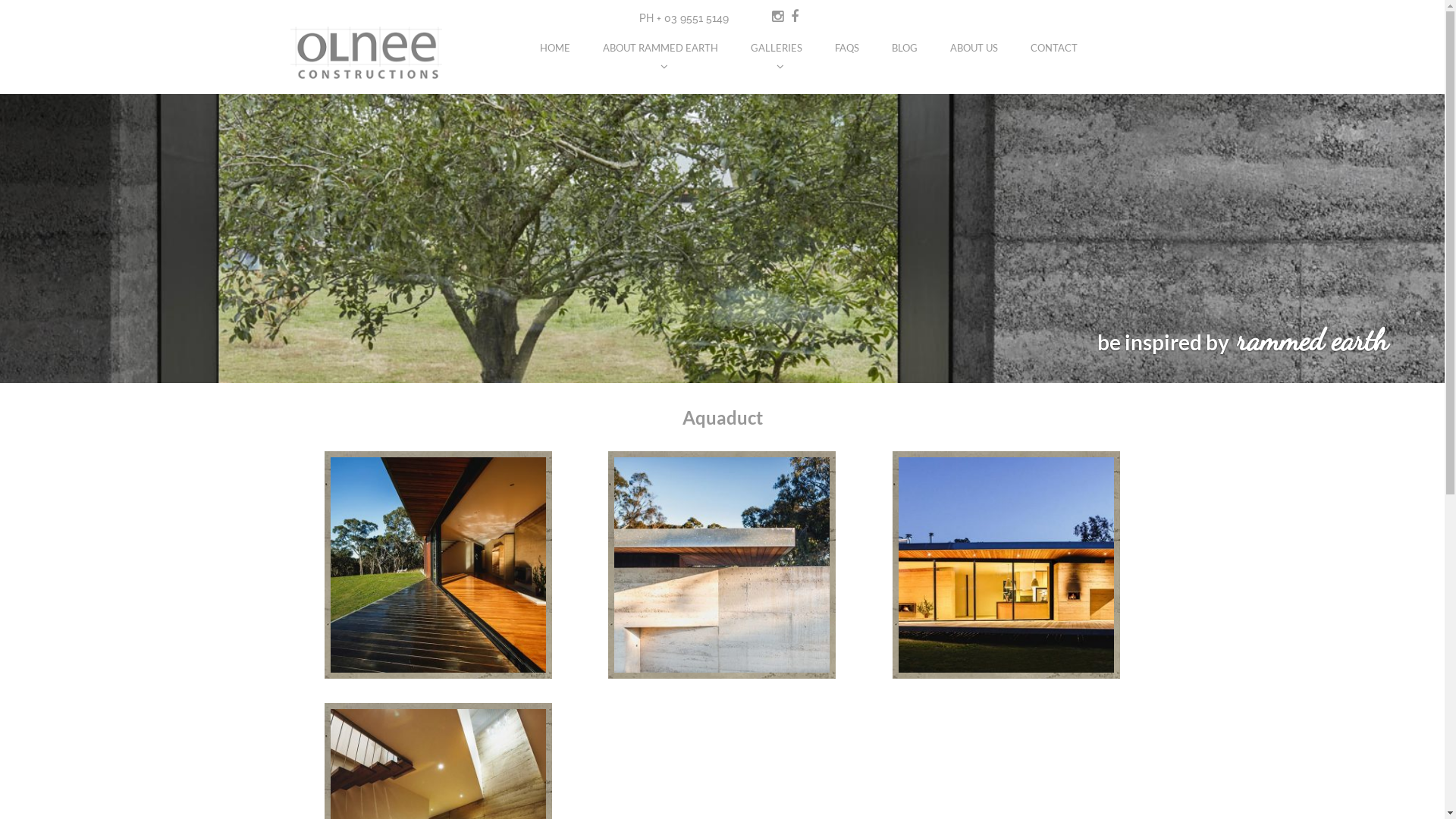 The width and height of the screenshot is (1456, 819). Describe the element at coordinates (1053, 39) in the screenshot. I see `'CONTACT'` at that location.